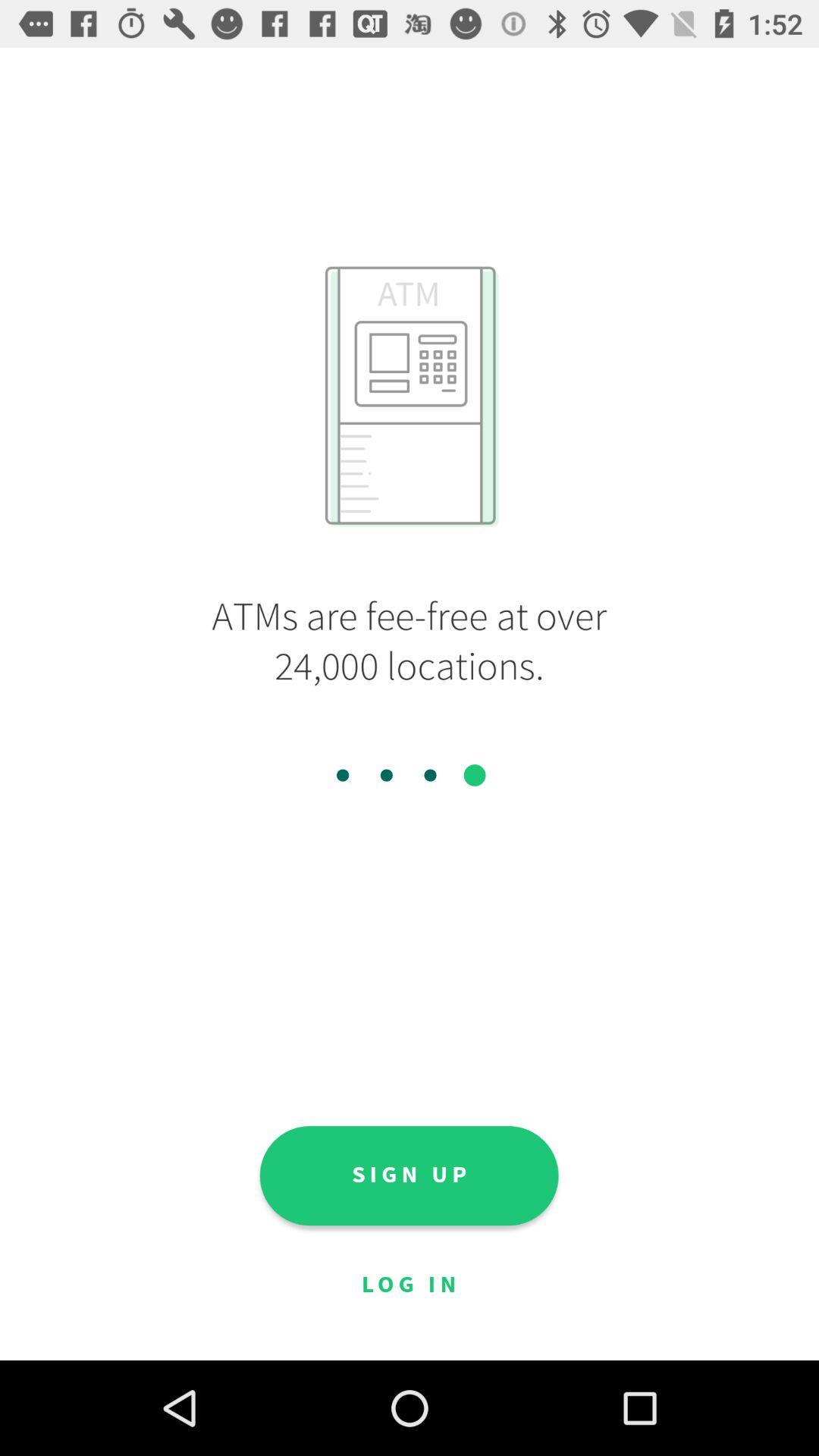 The image size is (819, 1456). I want to click on log in icon, so click(408, 1285).